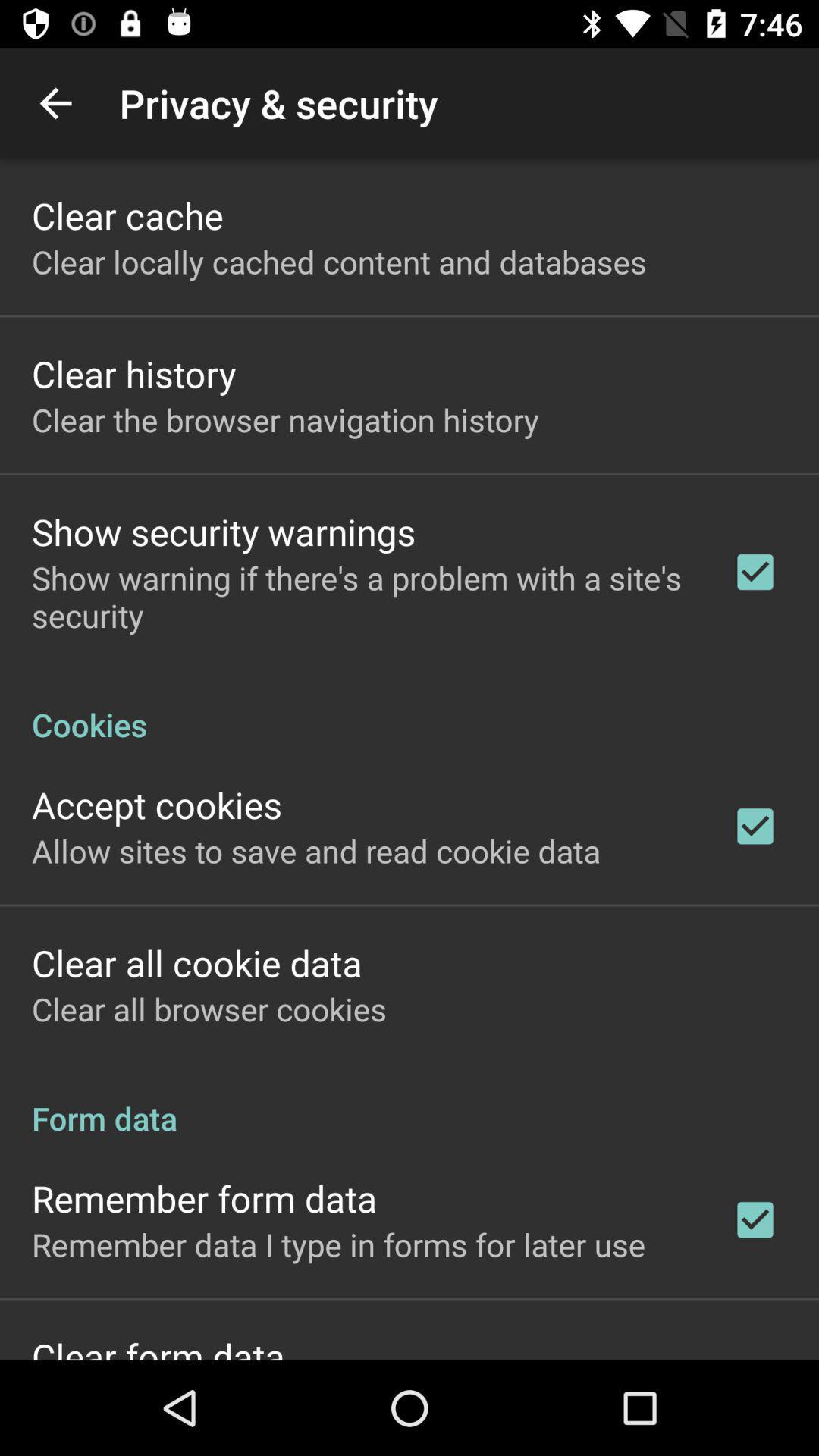 The width and height of the screenshot is (819, 1456). Describe the element at coordinates (157, 804) in the screenshot. I see `accept cookies` at that location.